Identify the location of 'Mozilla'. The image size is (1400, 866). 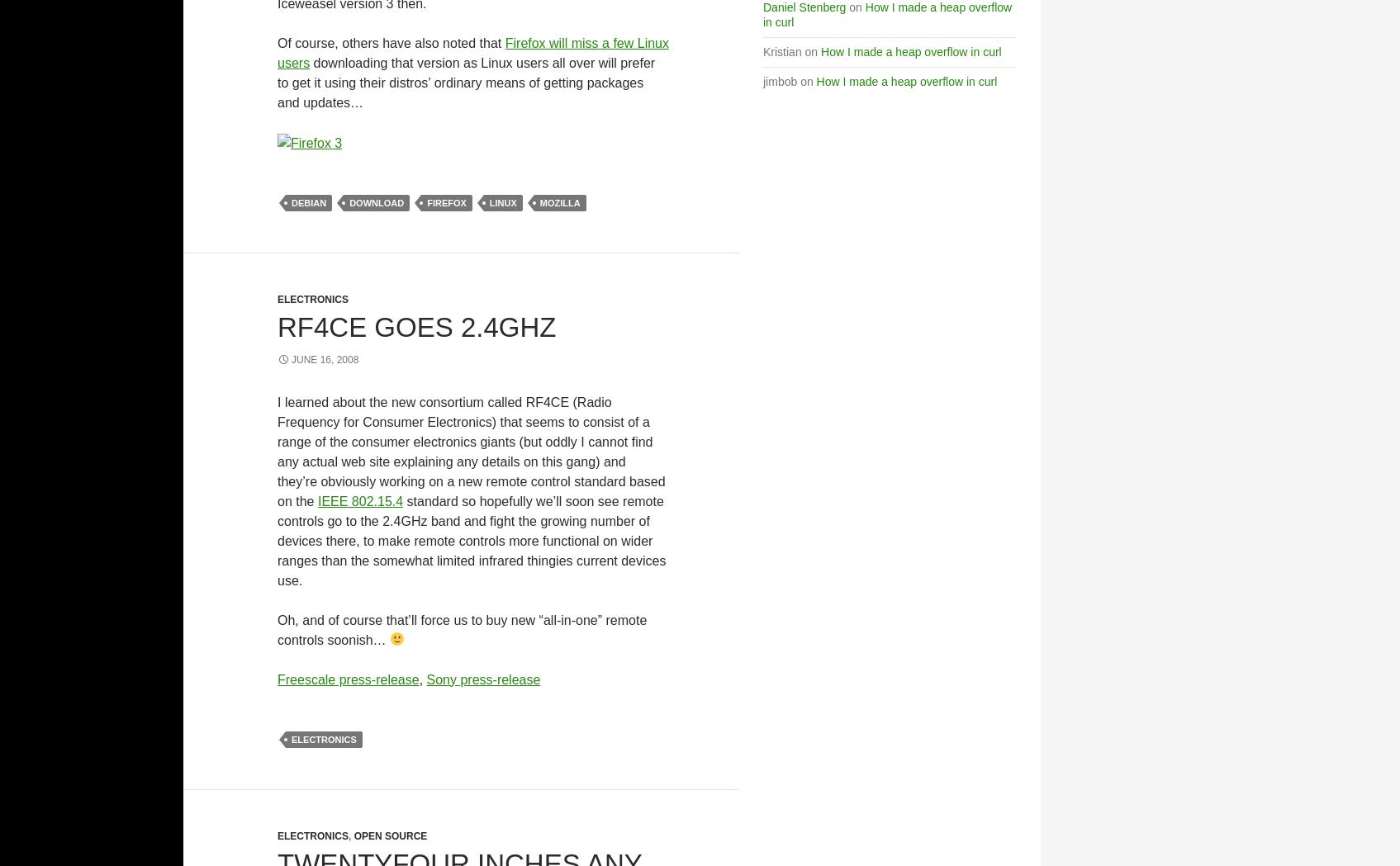
(559, 201).